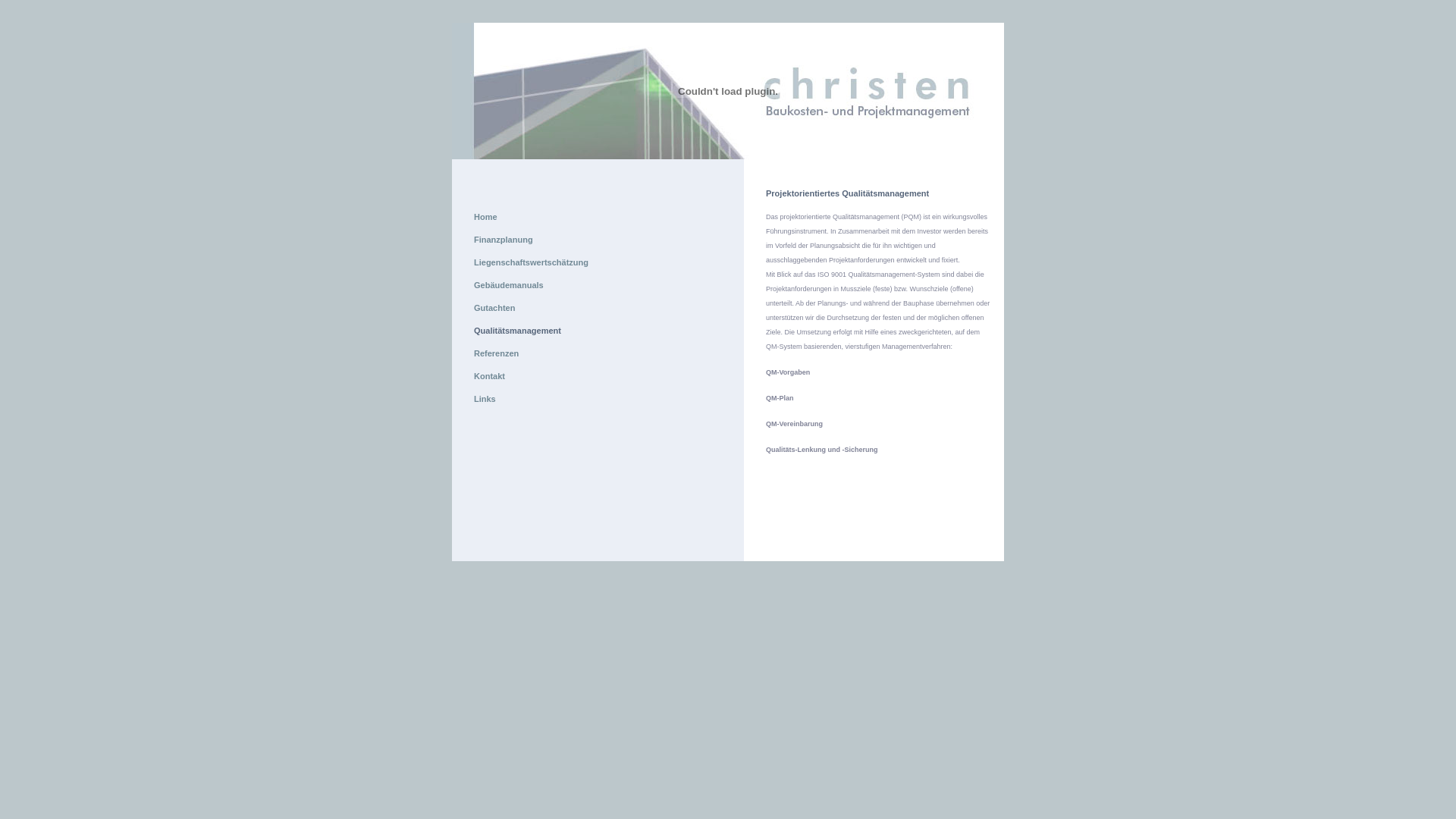  I want to click on 'Links', so click(484, 397).